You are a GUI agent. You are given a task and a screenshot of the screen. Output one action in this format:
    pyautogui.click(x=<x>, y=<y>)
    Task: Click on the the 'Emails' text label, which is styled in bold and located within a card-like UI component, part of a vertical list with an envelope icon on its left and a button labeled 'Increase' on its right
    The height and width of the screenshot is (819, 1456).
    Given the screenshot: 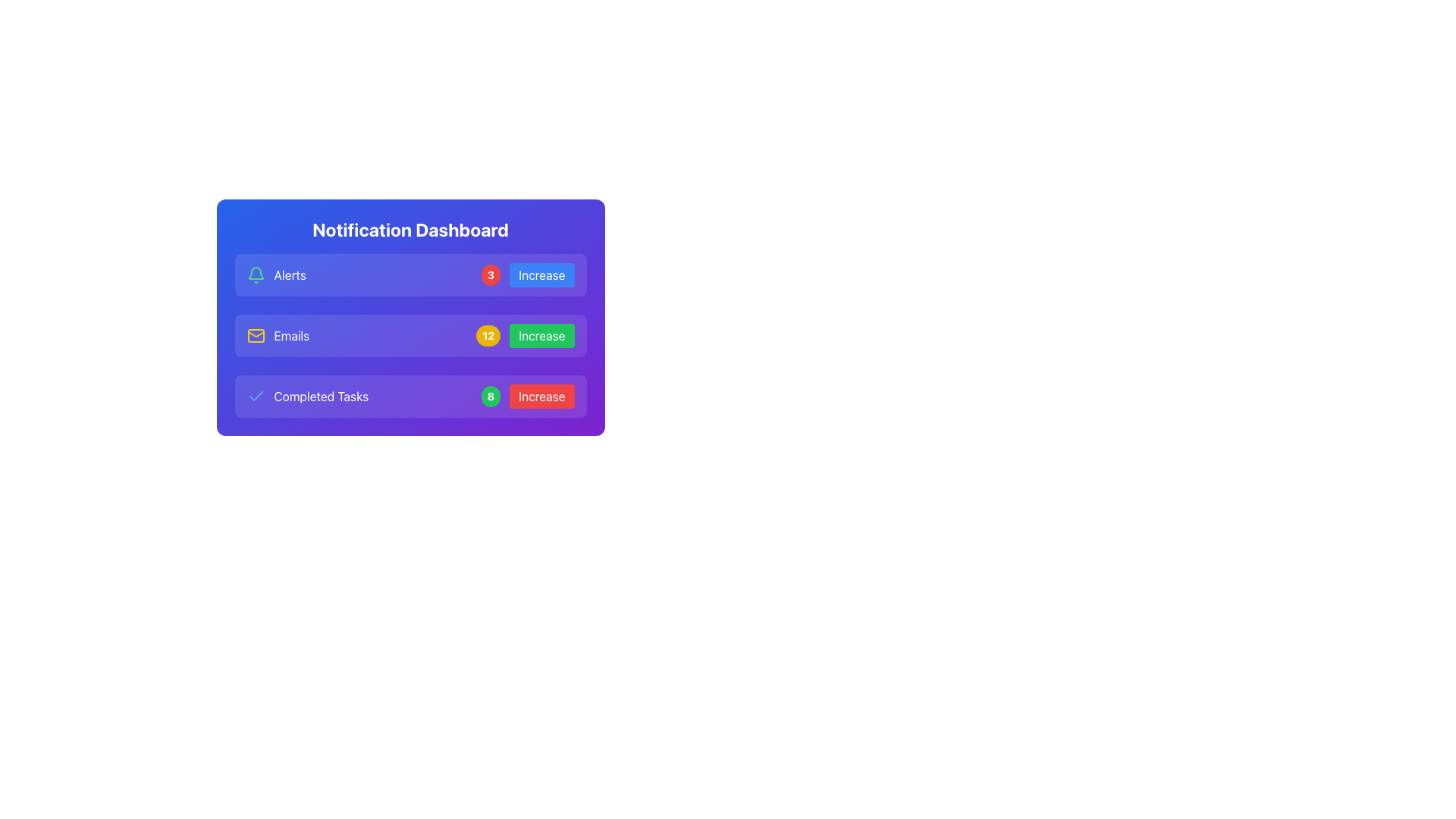 What is the action you would take?
    pyautogui.click(x=278, y=335)
    